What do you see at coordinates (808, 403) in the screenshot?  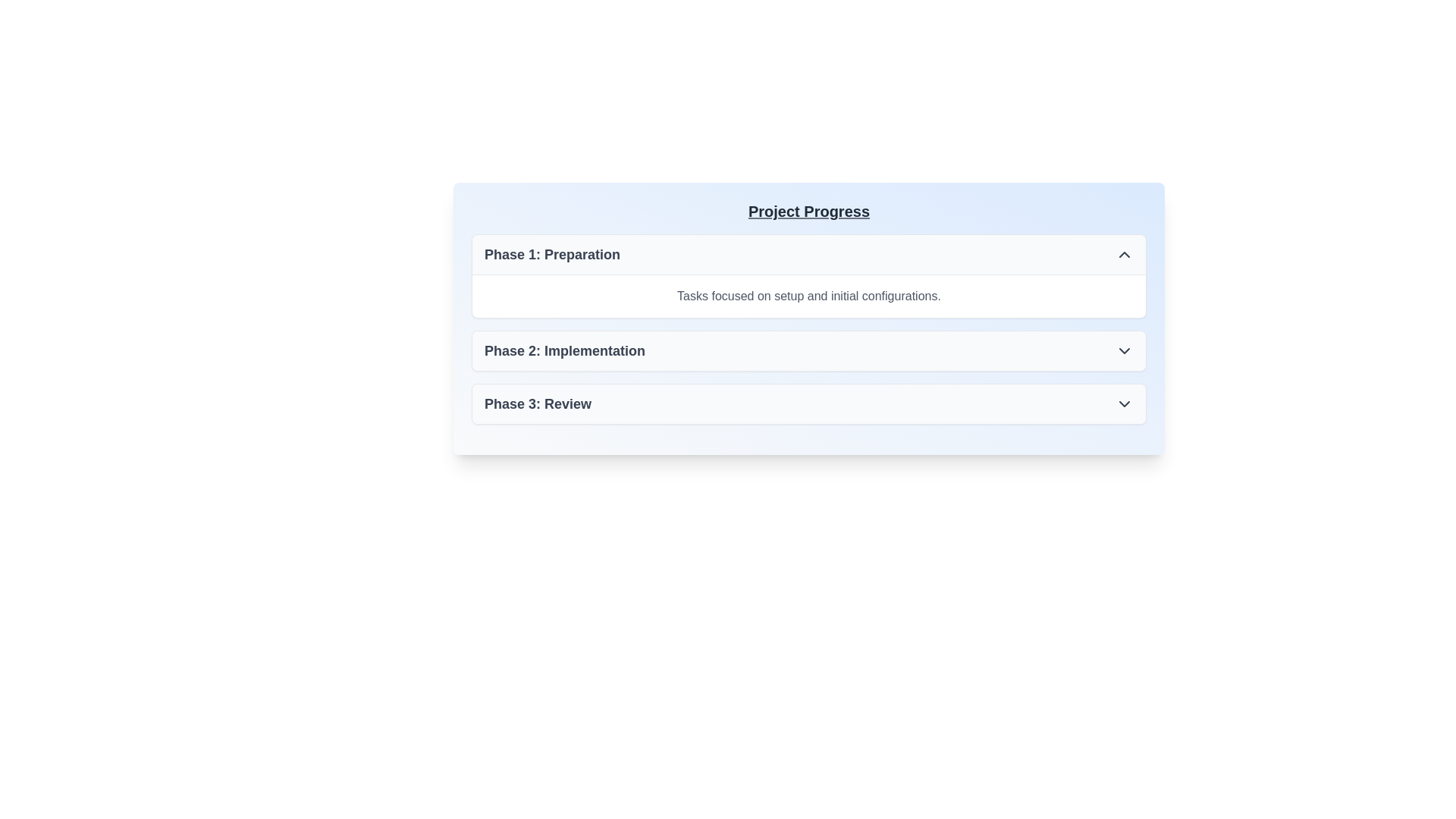 I see `the toggle button for expanding or collapsing the content related to 'Phase 3: Review' located in the 'Project Progress' section` at bounding box center [808, 403].